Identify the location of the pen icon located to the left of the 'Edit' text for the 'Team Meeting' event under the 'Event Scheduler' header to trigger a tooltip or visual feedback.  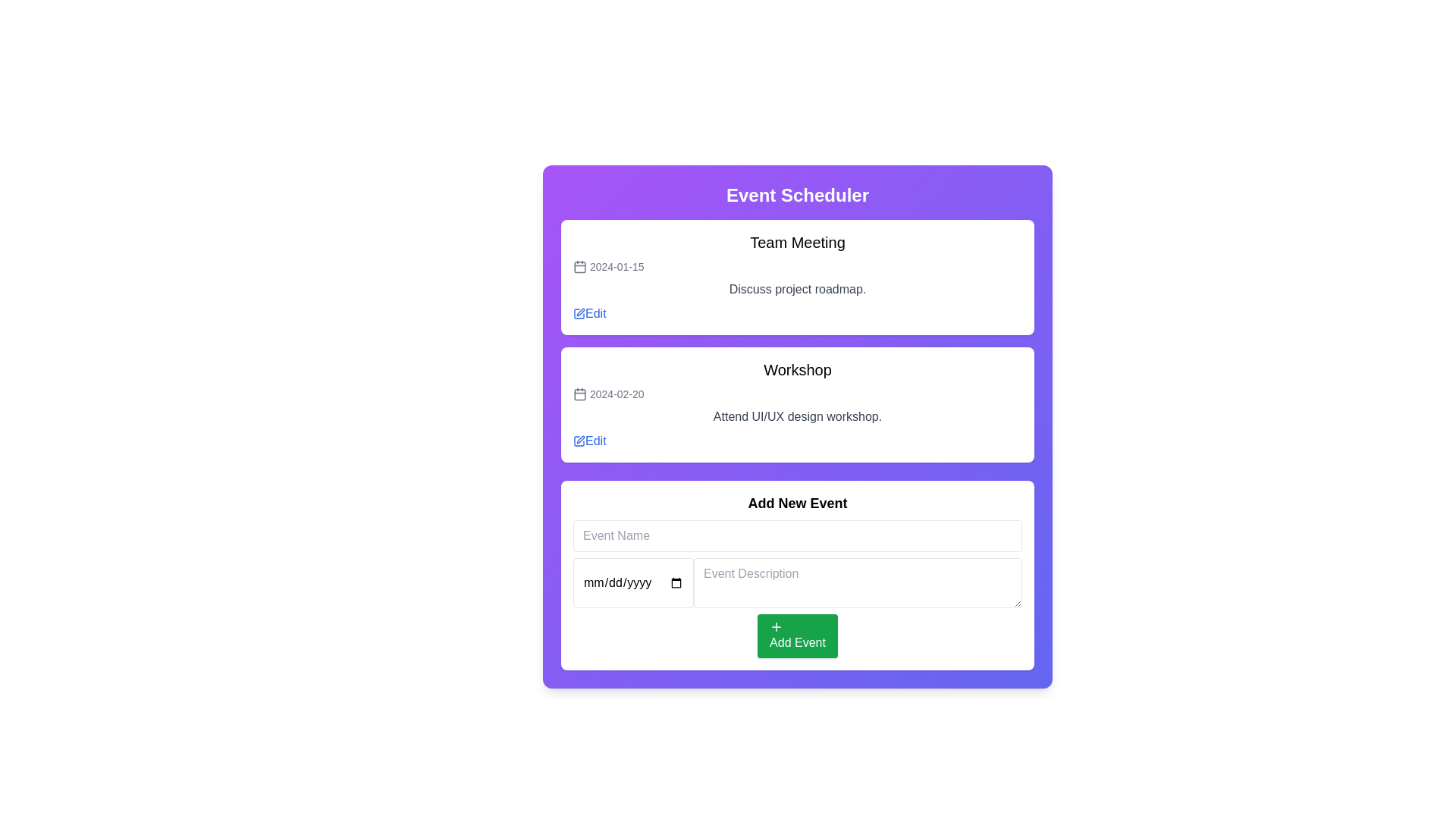
(578, 312).